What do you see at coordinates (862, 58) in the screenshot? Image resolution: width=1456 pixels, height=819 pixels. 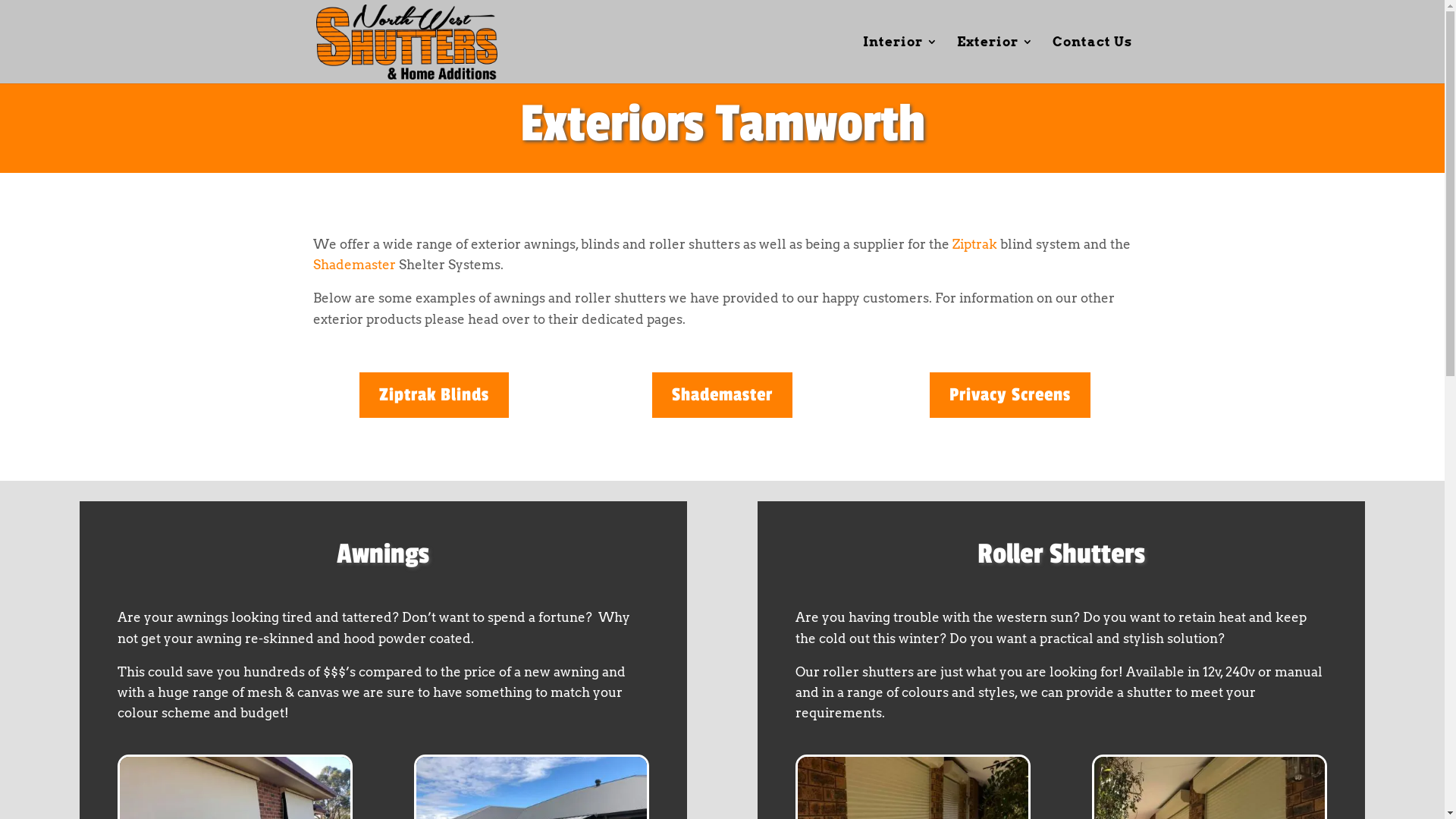 I see `'Interior'` at bounding box center [862, 58].